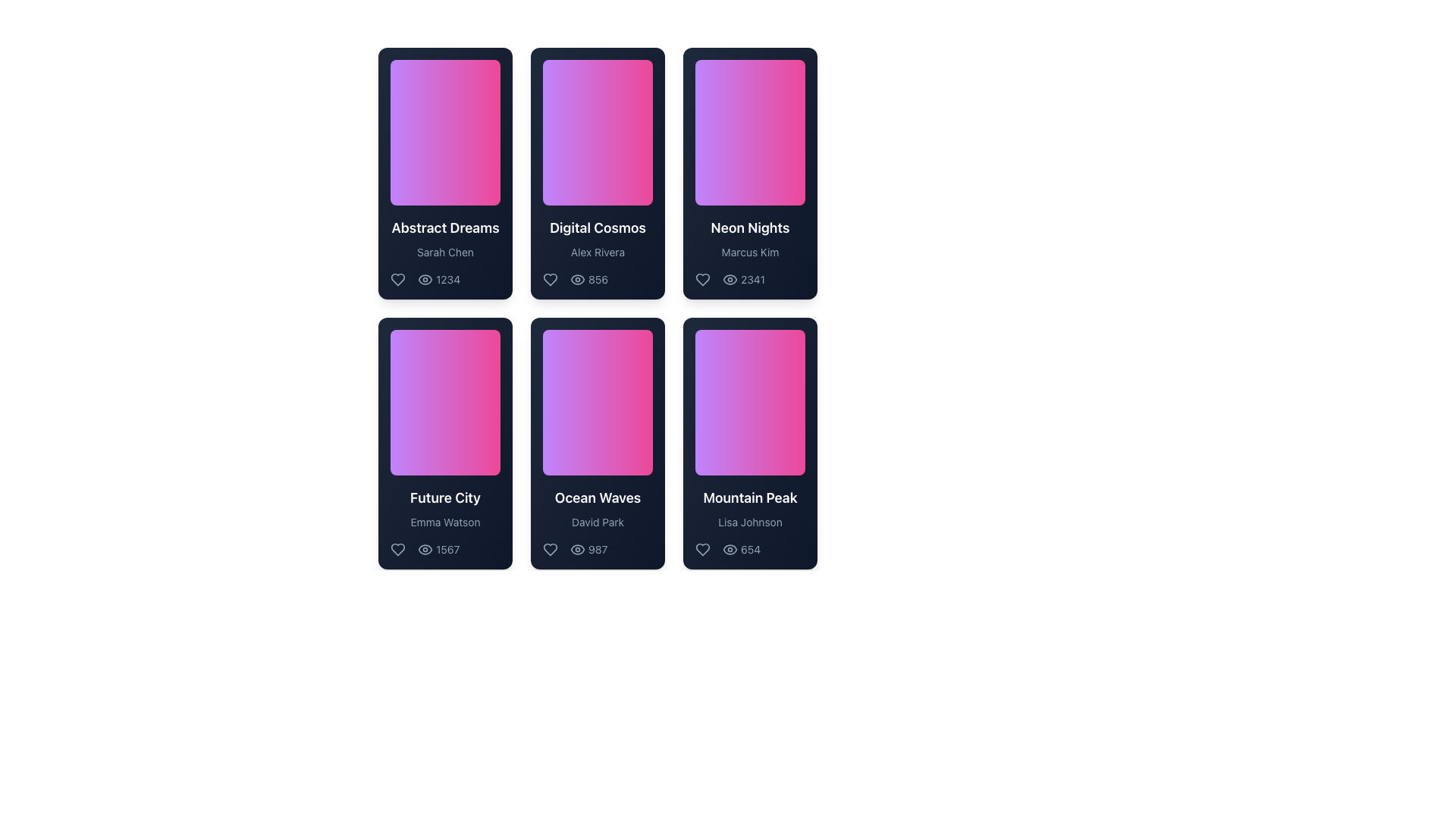 This screenshot has width=1456, height=819. What do you see at coordinates (447, 550) in the screenshot?
I see `the text displaying '1567' in light gray color located at the bottom section of the 'Future City' card, which is aligned horizontally with an eye icon` at bounding box center [447, 550].